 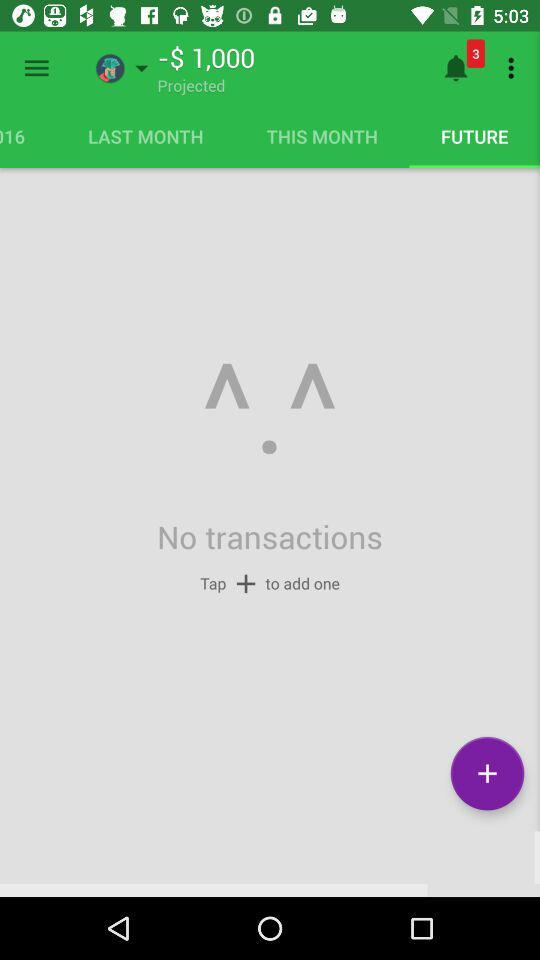 What do you see at coordinates (513, 68) in the screenshot?
I see `item next to 3` at bounding box center [513, 68].